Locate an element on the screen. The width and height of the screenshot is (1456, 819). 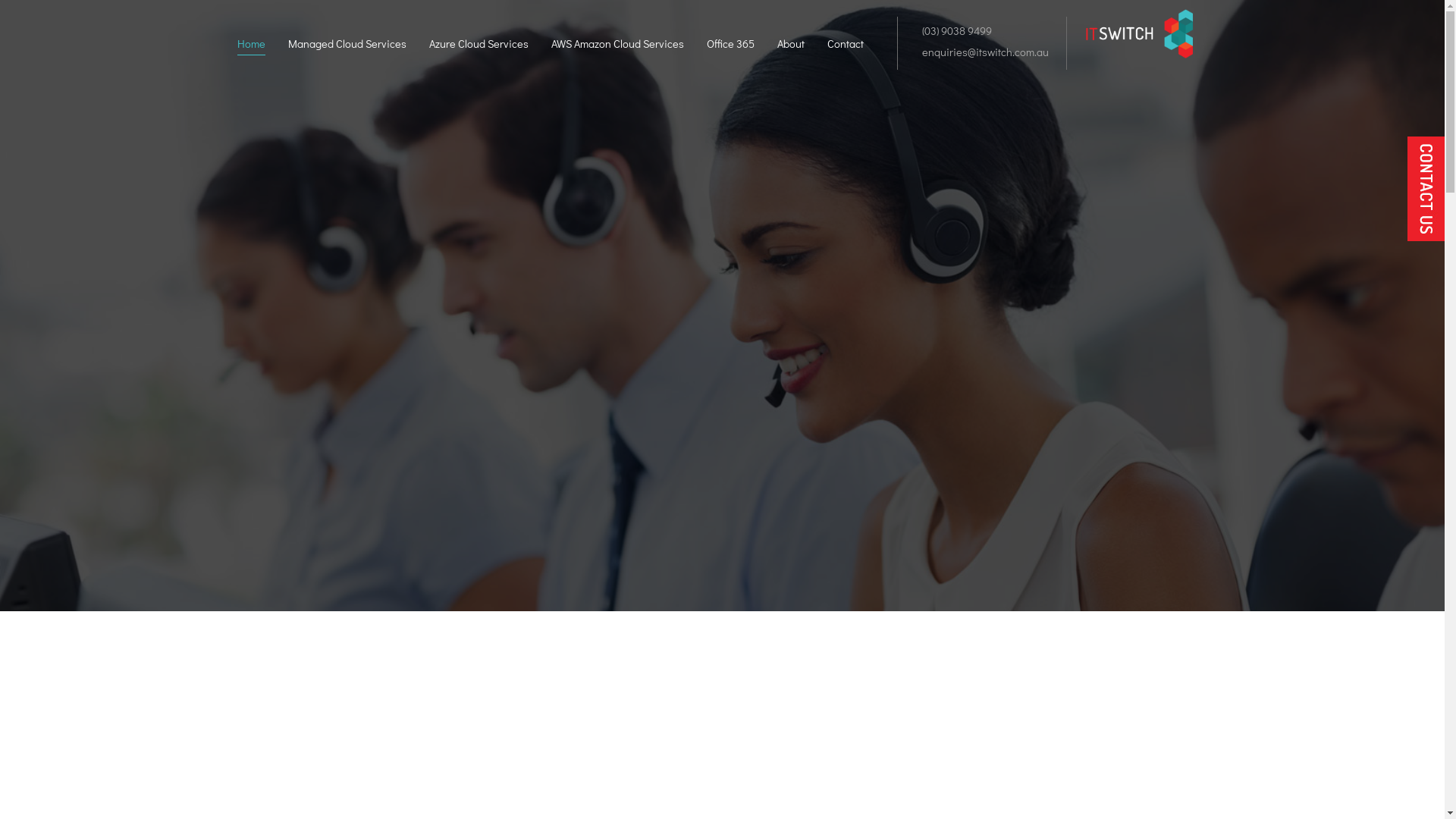
'AWS Amazon Cloud Services' is located at coordinates (549, 45).